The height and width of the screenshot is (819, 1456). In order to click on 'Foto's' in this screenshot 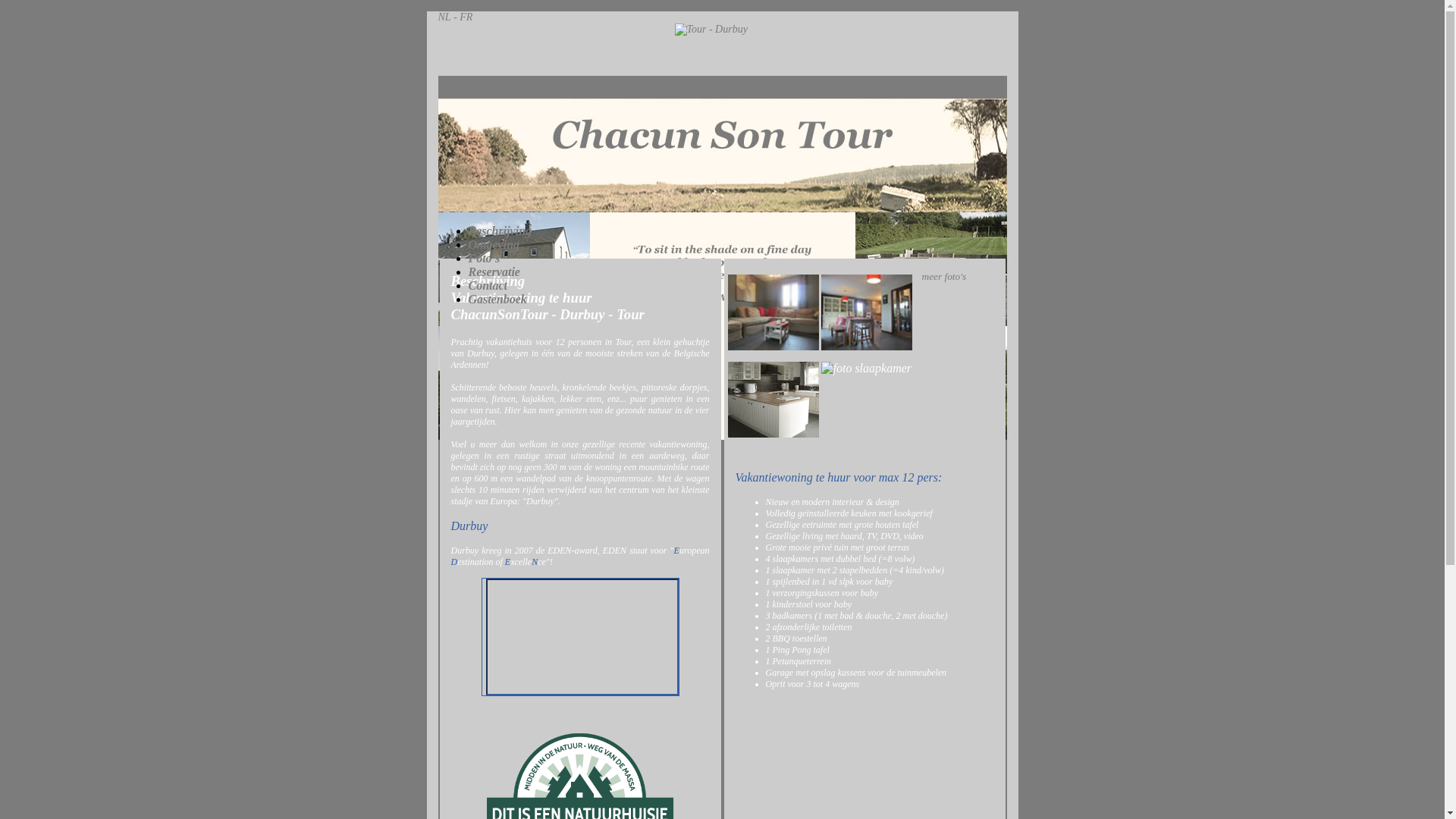, I will do `click(483, 257)`.